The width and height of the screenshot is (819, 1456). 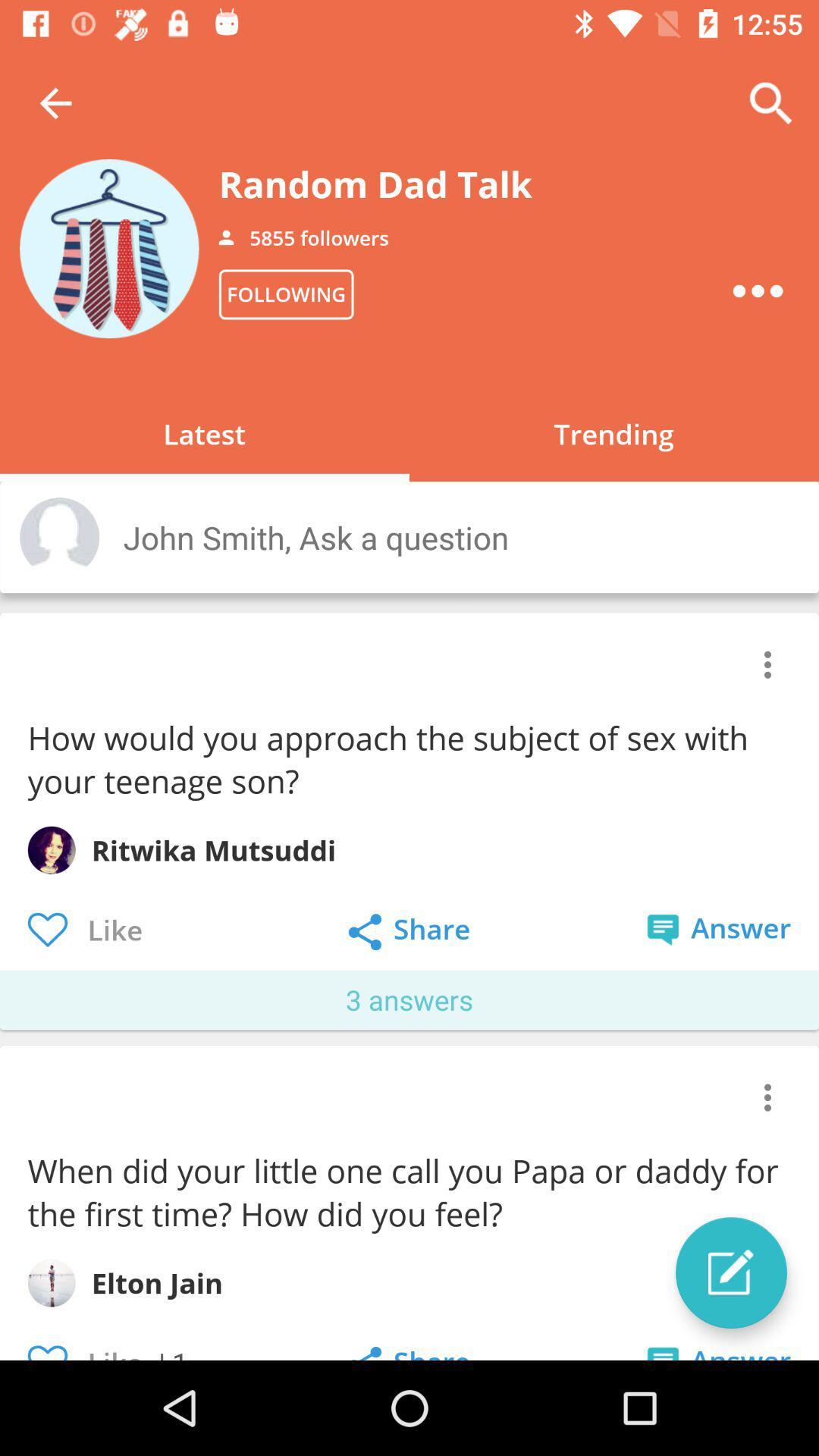 What do you see at coordinates (454, 537) in the screenshot?
I see `the icon below latest item` at bounding box center [454, 537].